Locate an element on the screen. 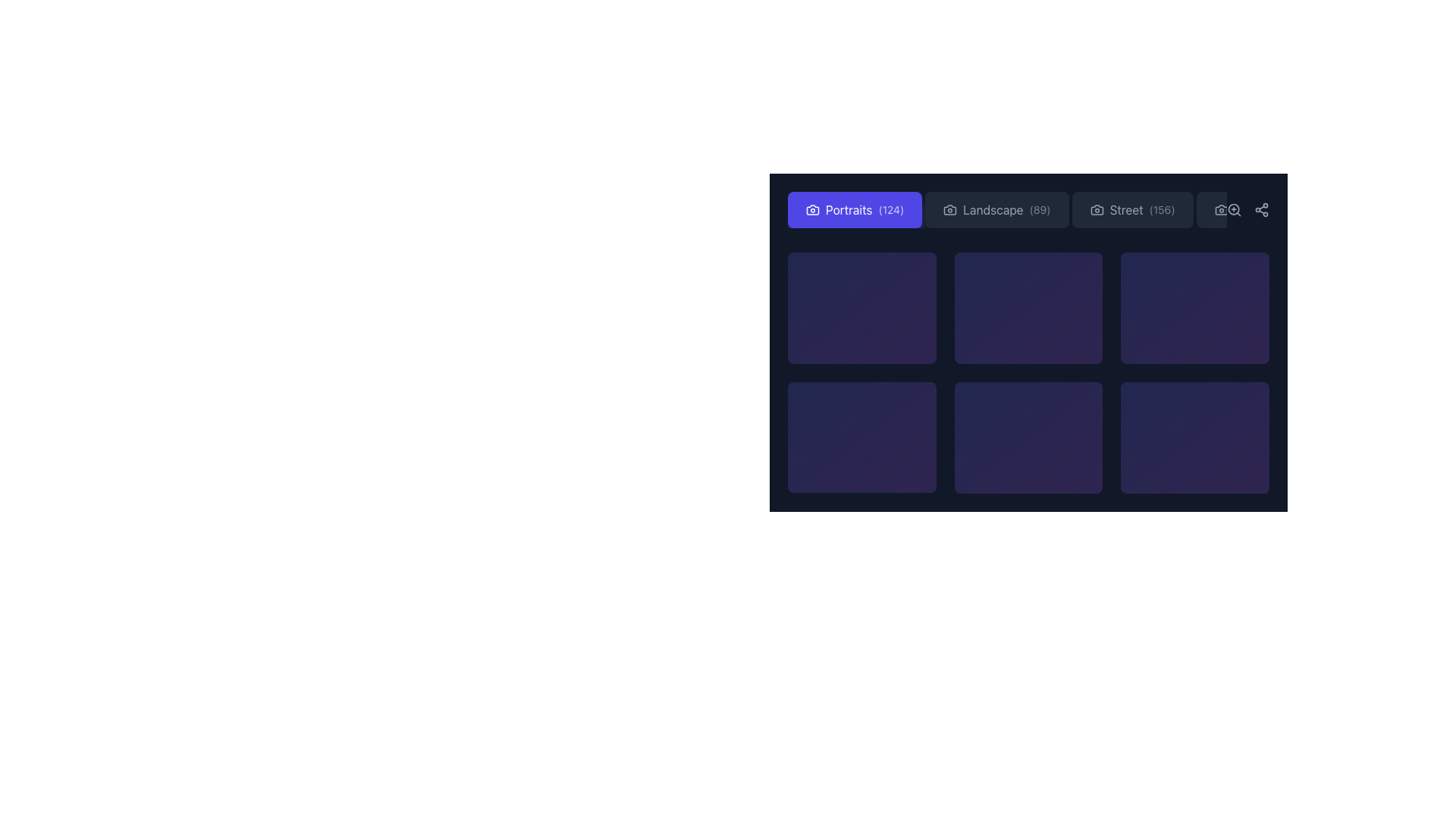 The image size is (1456, 819). the supplementary text label indicating the number of items related to the 'Landscape' category, located to the right of the 'Landscape' text in the navigation section is located at coordinates (1039, 210).